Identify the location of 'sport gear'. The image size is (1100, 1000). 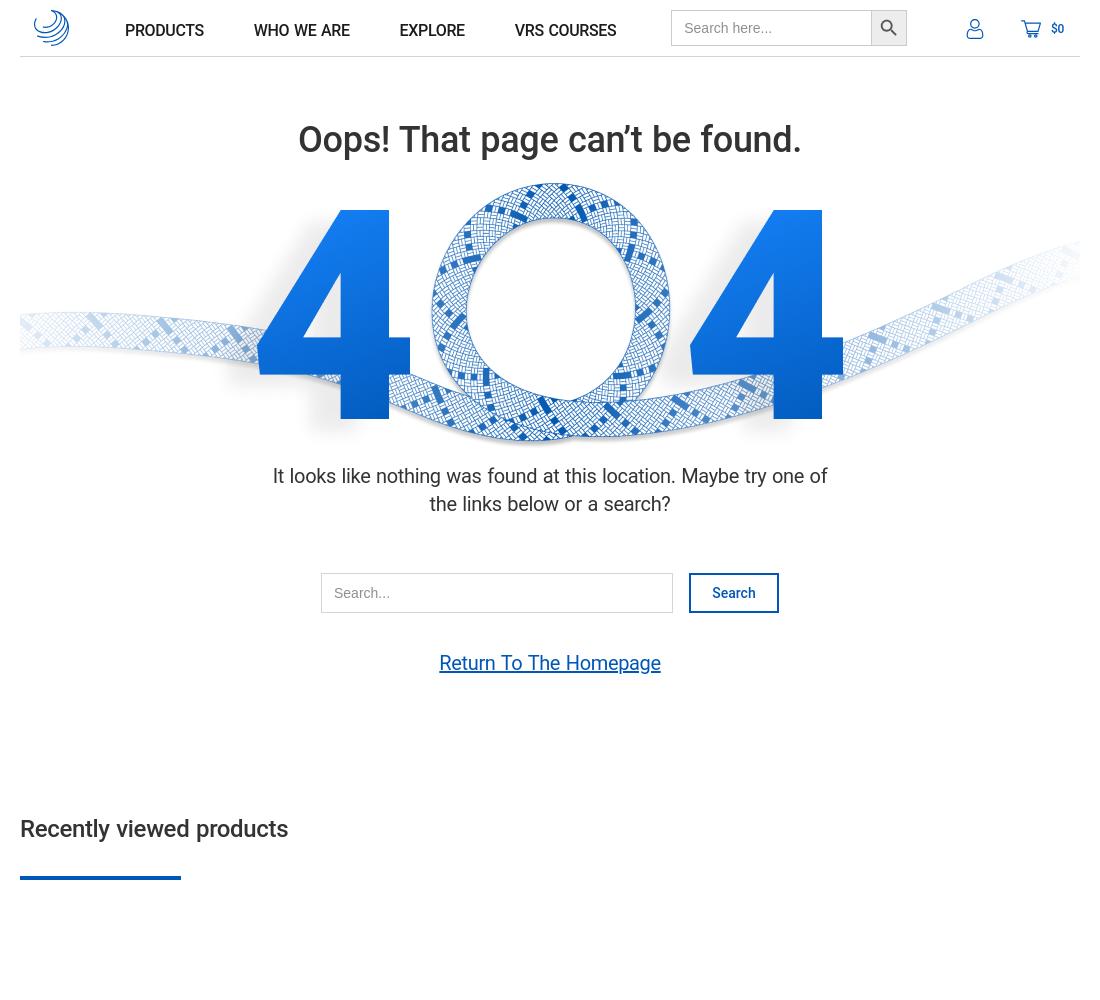
(521, 121).